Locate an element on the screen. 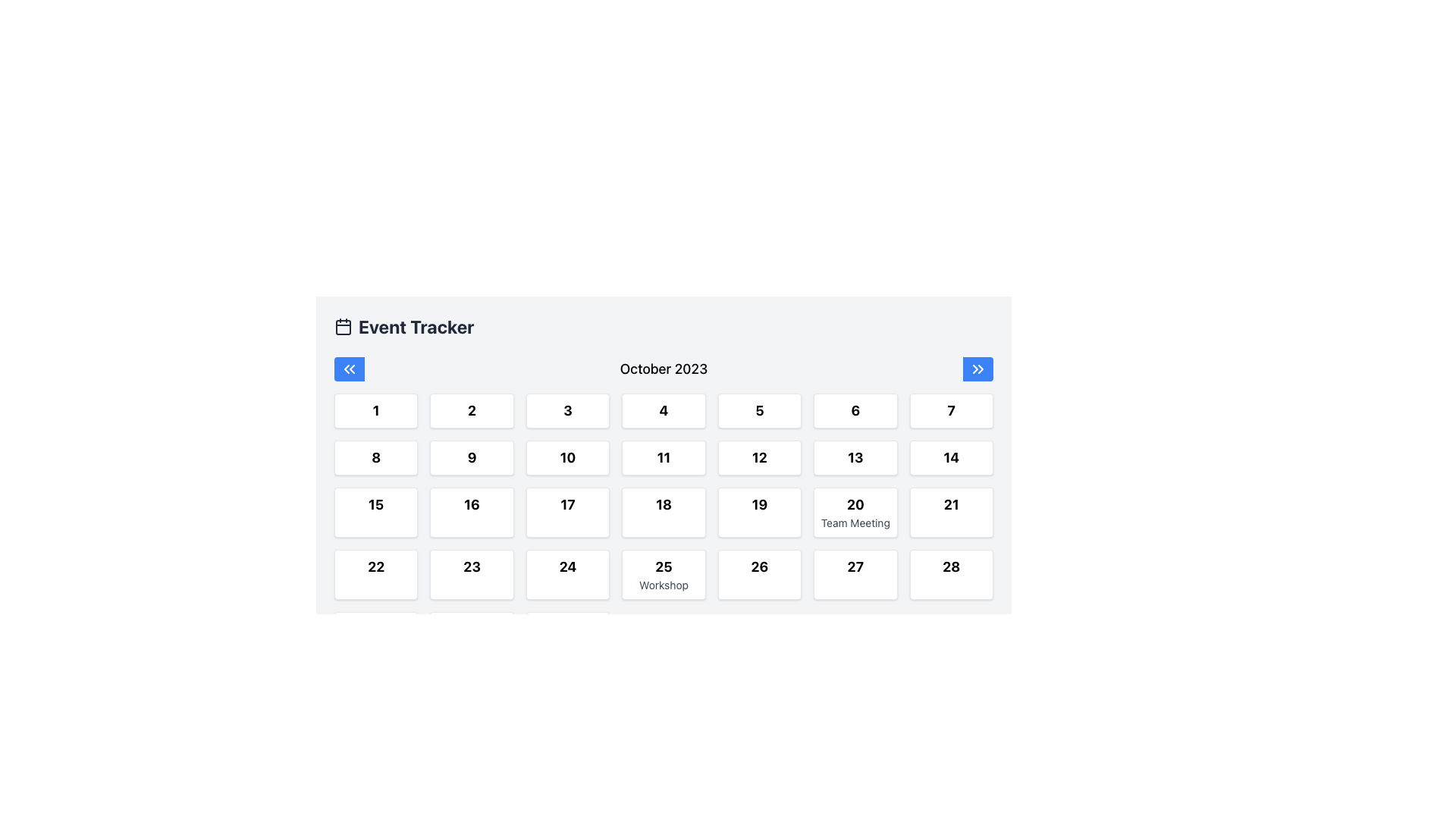  the calendar date selection button for the 11th day of the month located in the second row and fourth column of the calendar grid is located at coordinates (664, 457).